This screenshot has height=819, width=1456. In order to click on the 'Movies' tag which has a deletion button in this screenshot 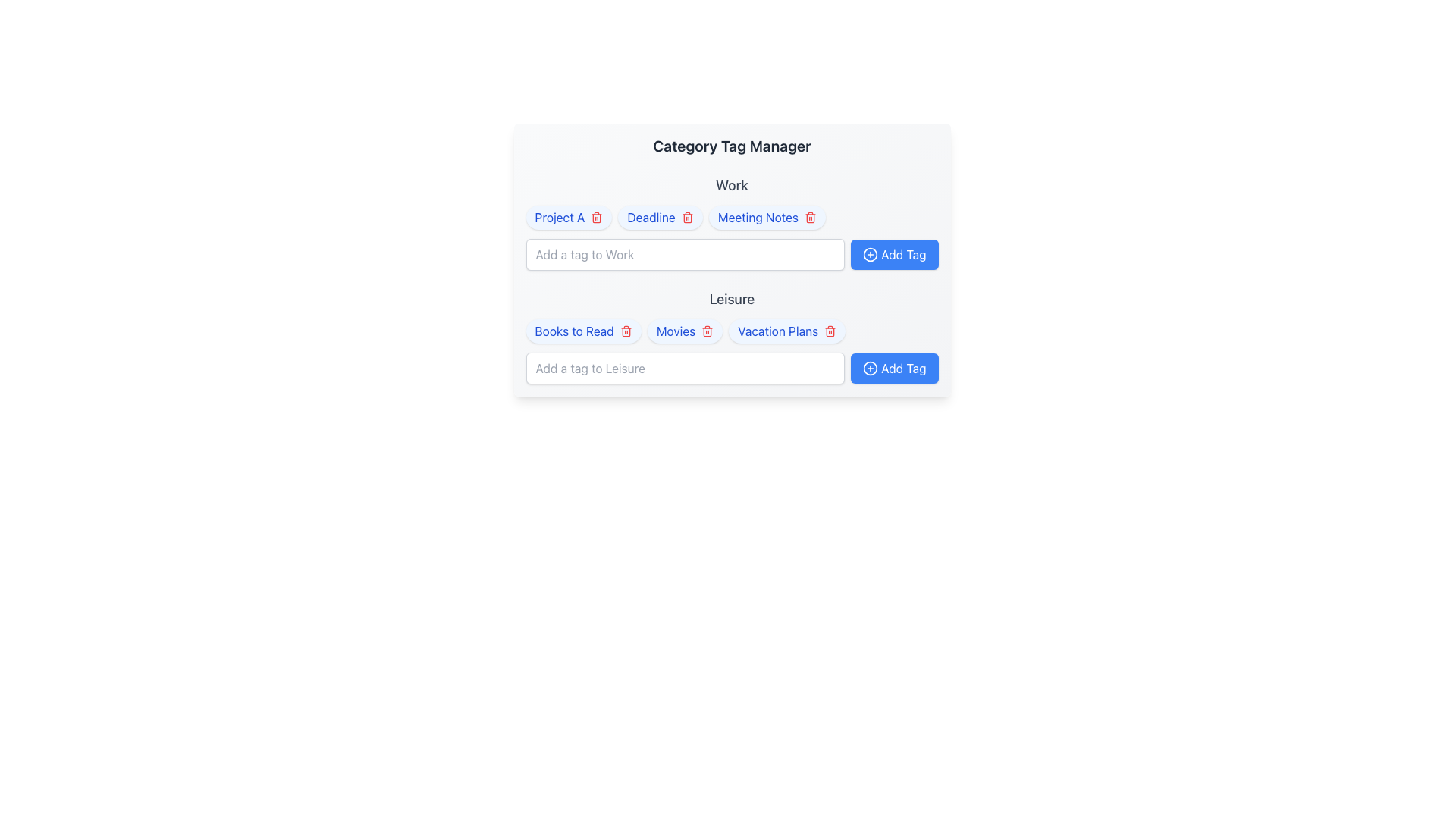, I will do `click(684, 330)`.